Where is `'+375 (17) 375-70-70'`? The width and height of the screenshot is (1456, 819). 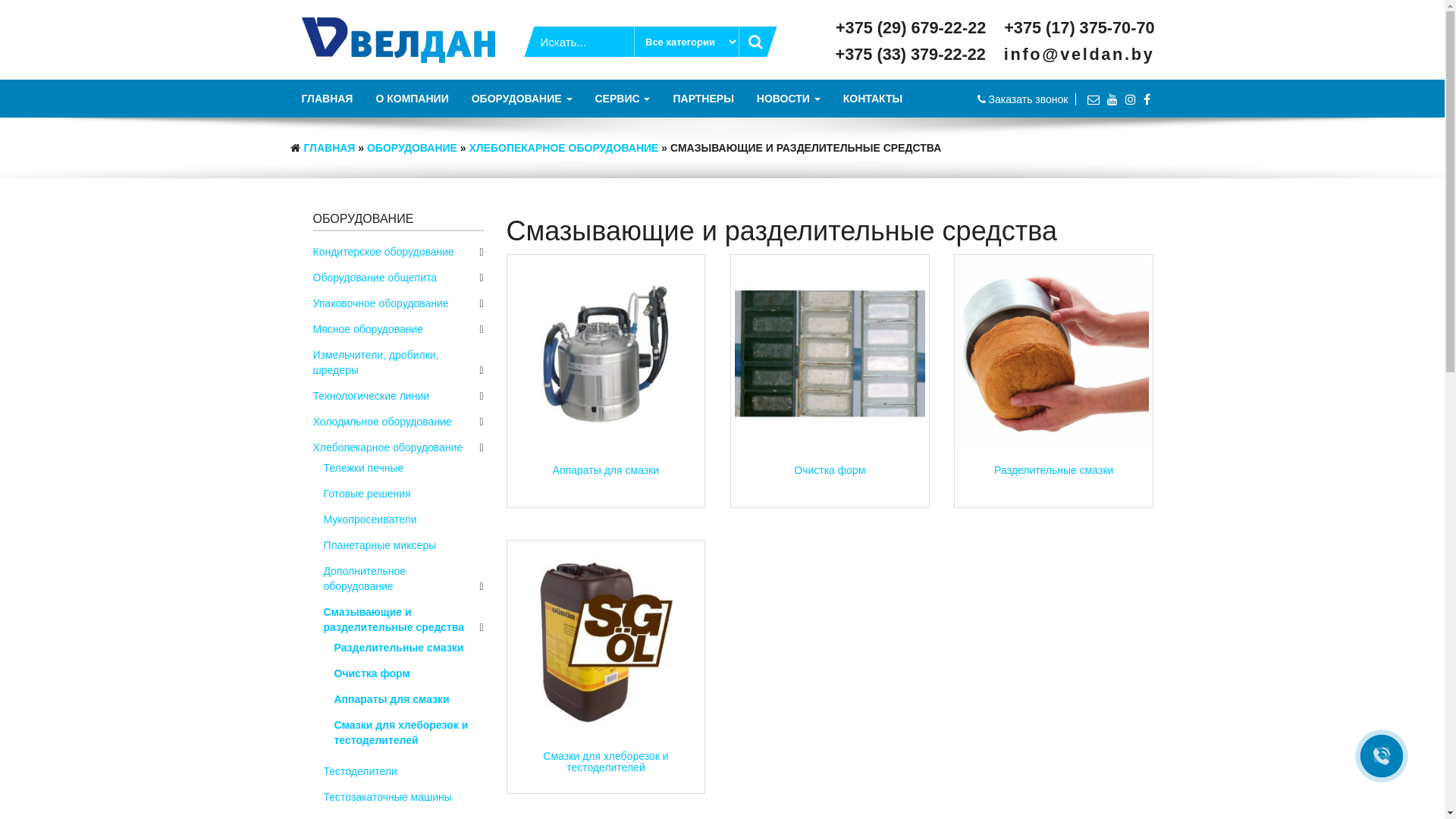
'+375 (17) 375-70-70' is located at coordinates (1004, 27).